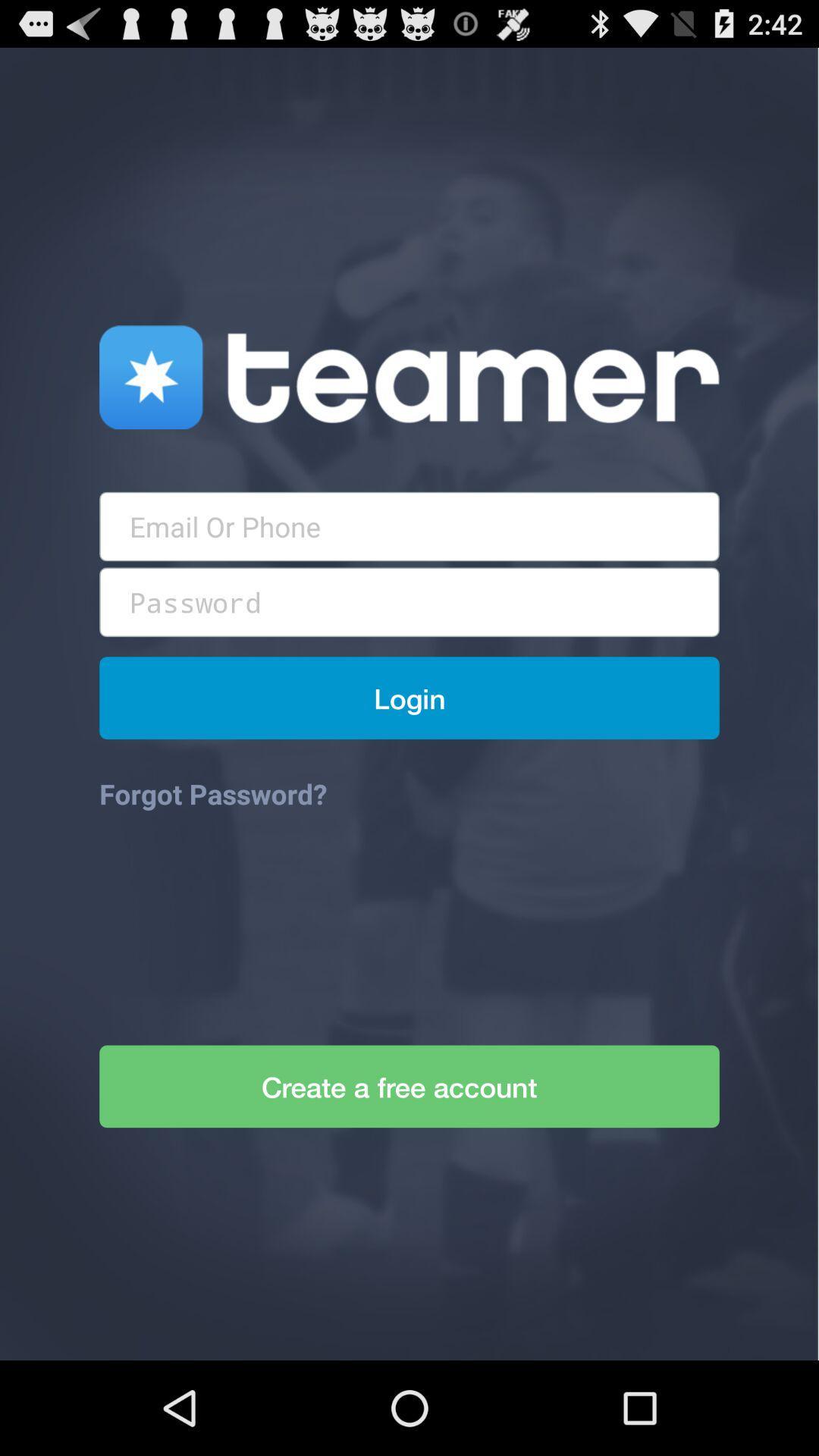 This screenshot has height=1456, width=819. Describe the element at coordinates (409, 601) in the screenshot. I see `password box option` at that location.